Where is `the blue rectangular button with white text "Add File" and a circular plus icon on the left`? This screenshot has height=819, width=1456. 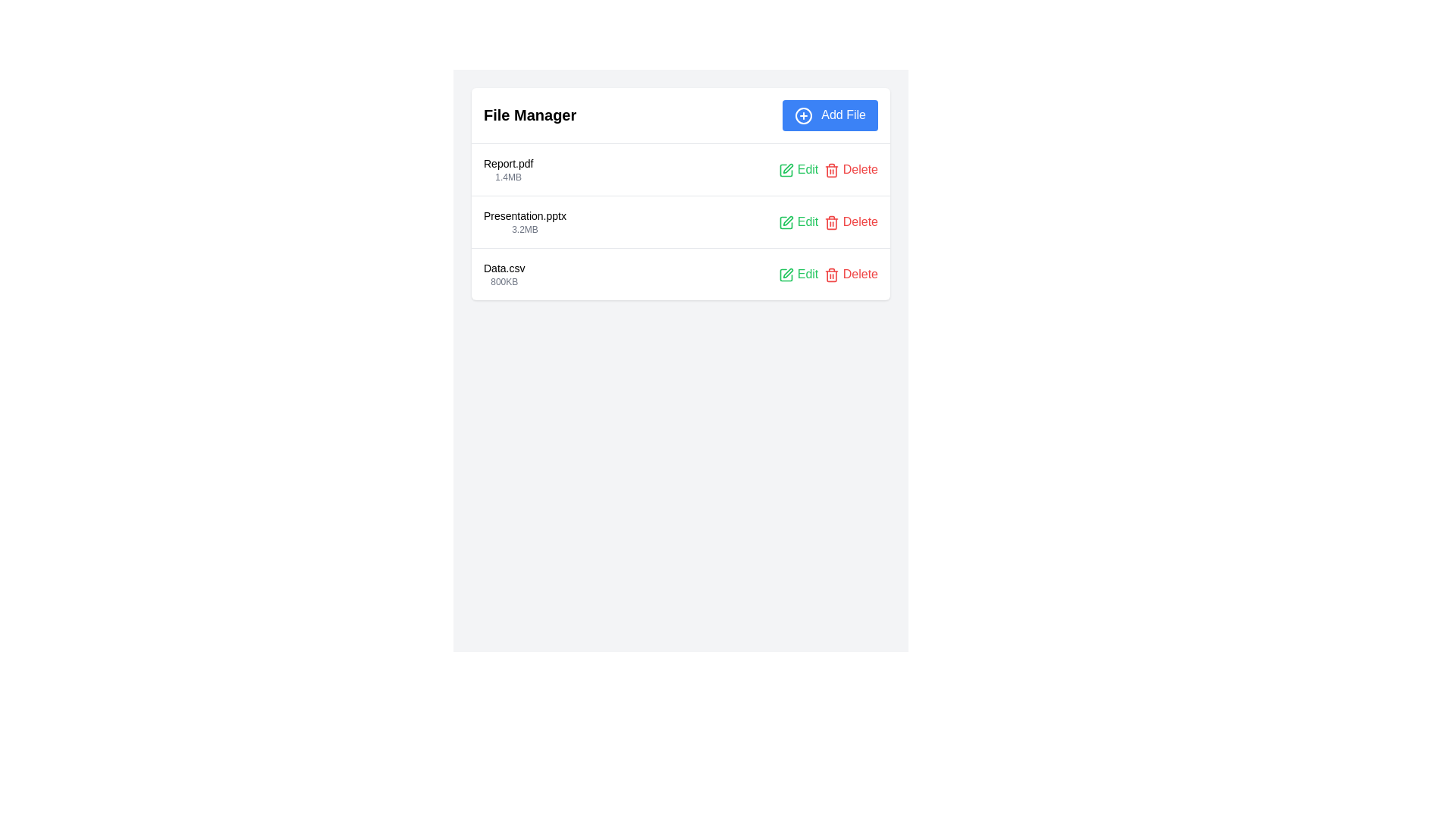
the blue rectangular button with white text "Add File" and a circular plus icon on the left is located at coordinates (829, 115).